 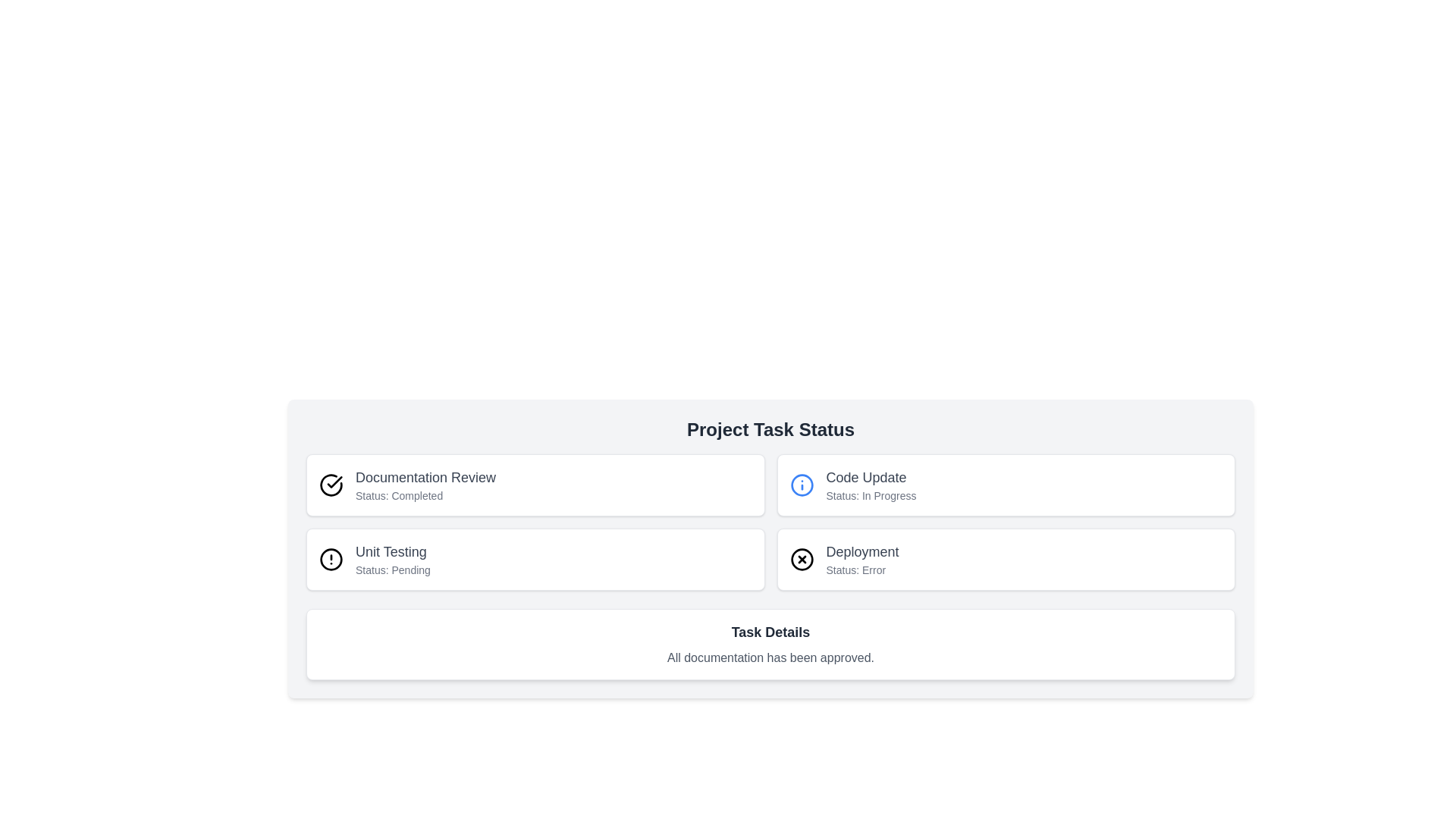 What do you see at coordinates (801, 485) in the screenshot?
I see `the circular blue outline icon with an 'i' symbol located` at bounding box center [801, 485].